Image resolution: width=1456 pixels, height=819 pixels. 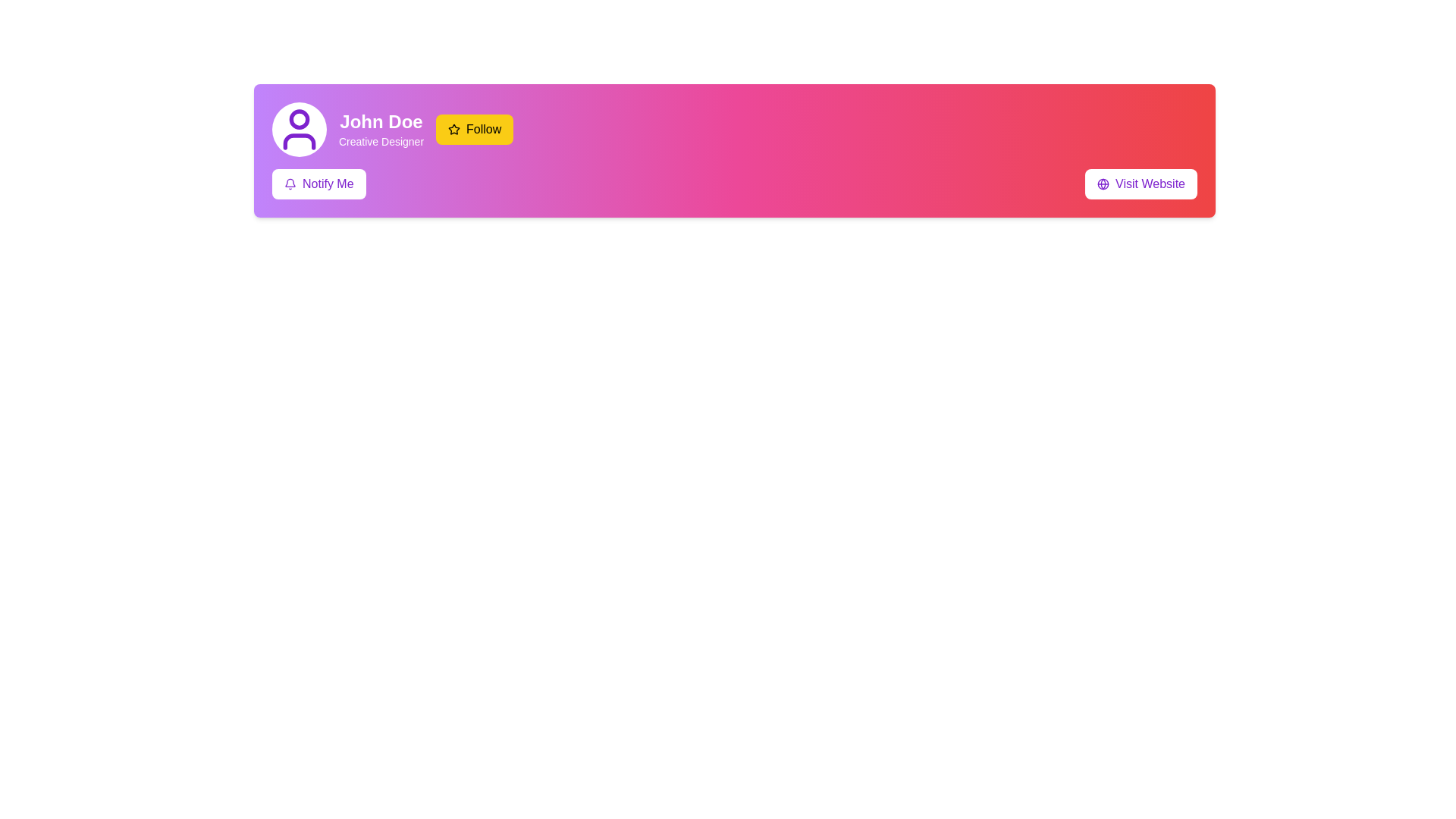 I want to click on the globe icon located inside the 'Visit Website' button at the top right of the interface, so click(x=1103, y=184).